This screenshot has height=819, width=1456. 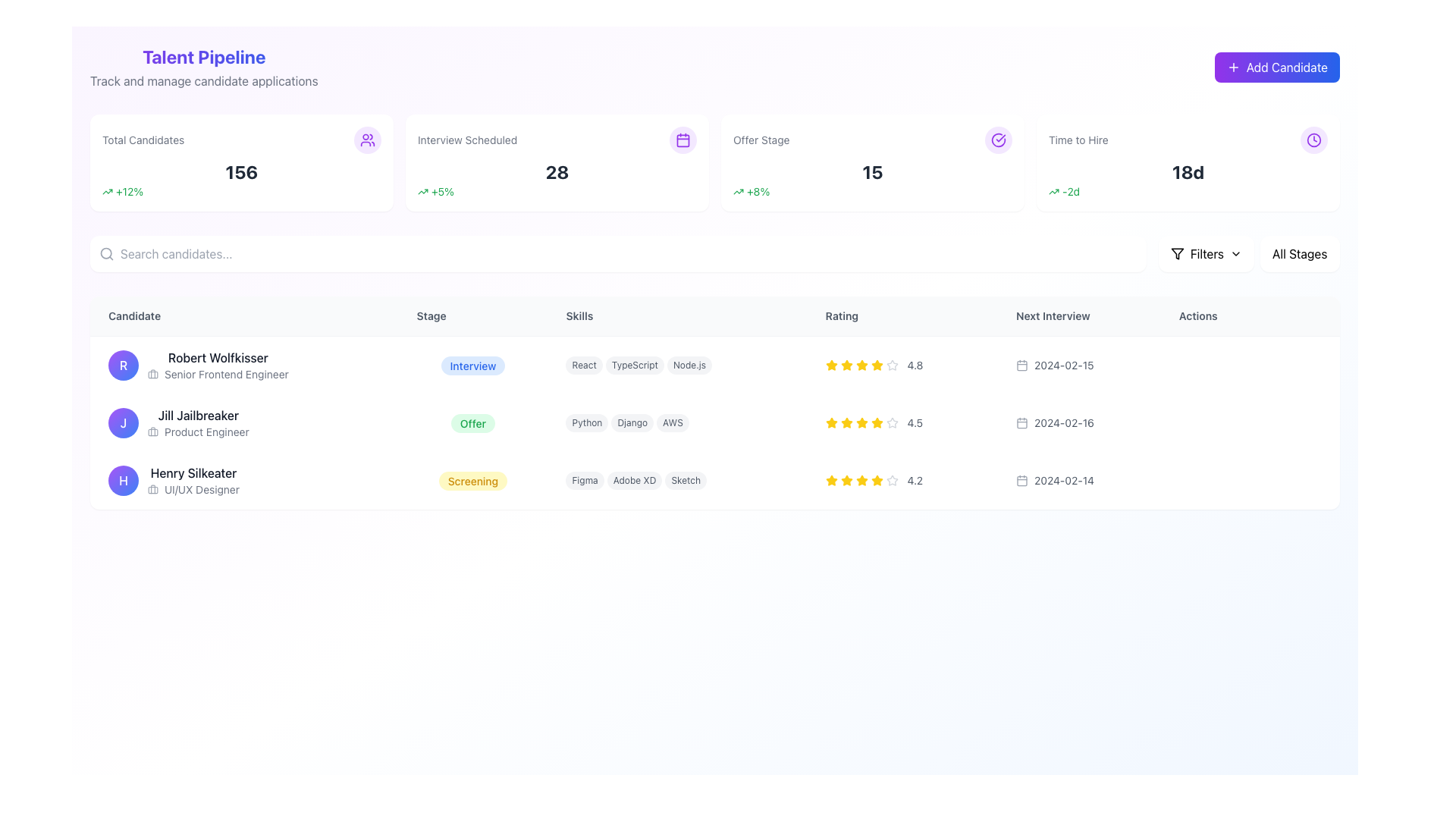 What do you see at coordinates (197, 423) in the screenshot?
I see `the text block displaying 'Jill Jailbreaker' and the accompanying briefcase icon` at bounding box center [197, 423].